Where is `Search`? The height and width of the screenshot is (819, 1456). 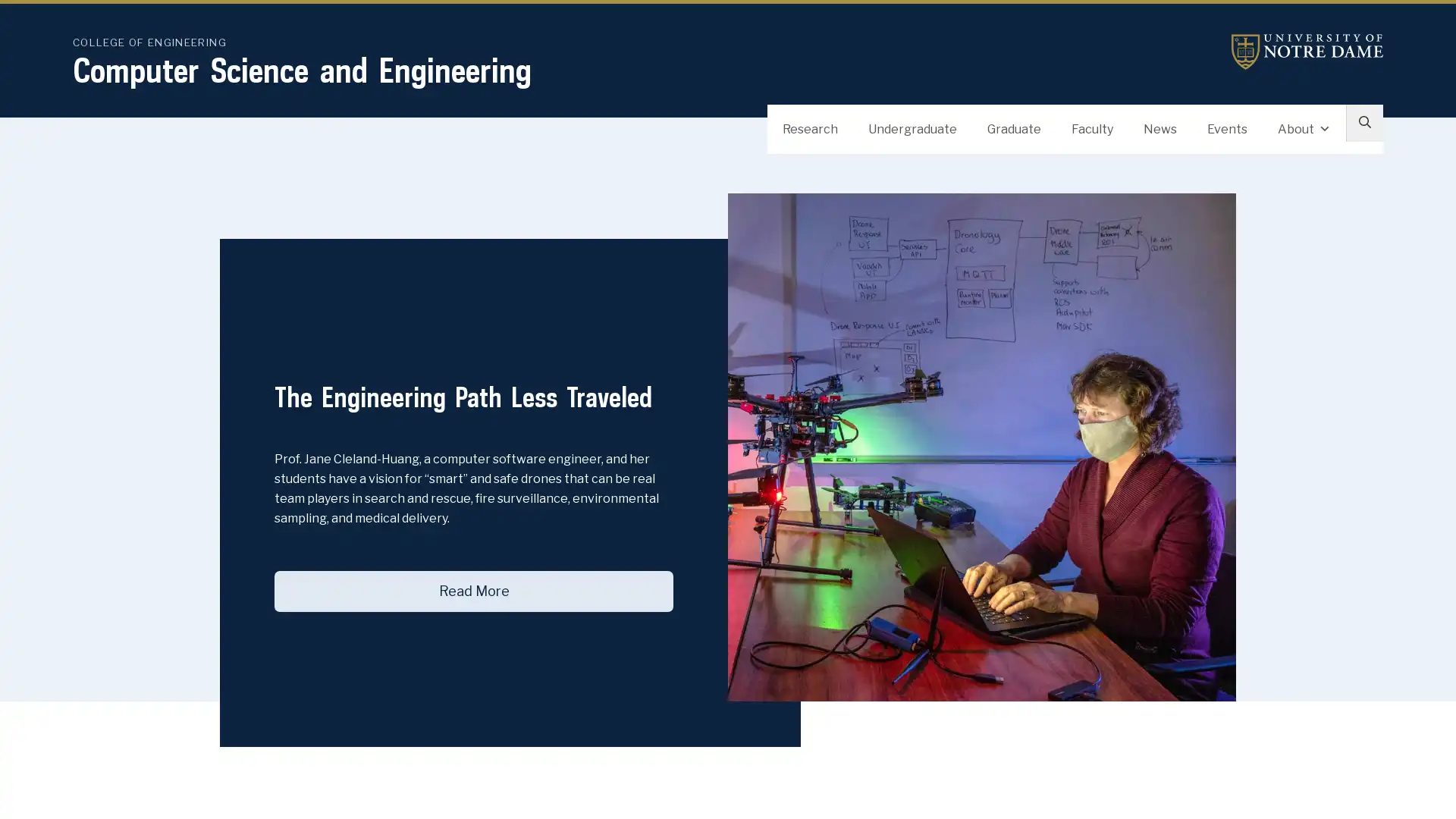
Search is located at coordinates (1360, 130).